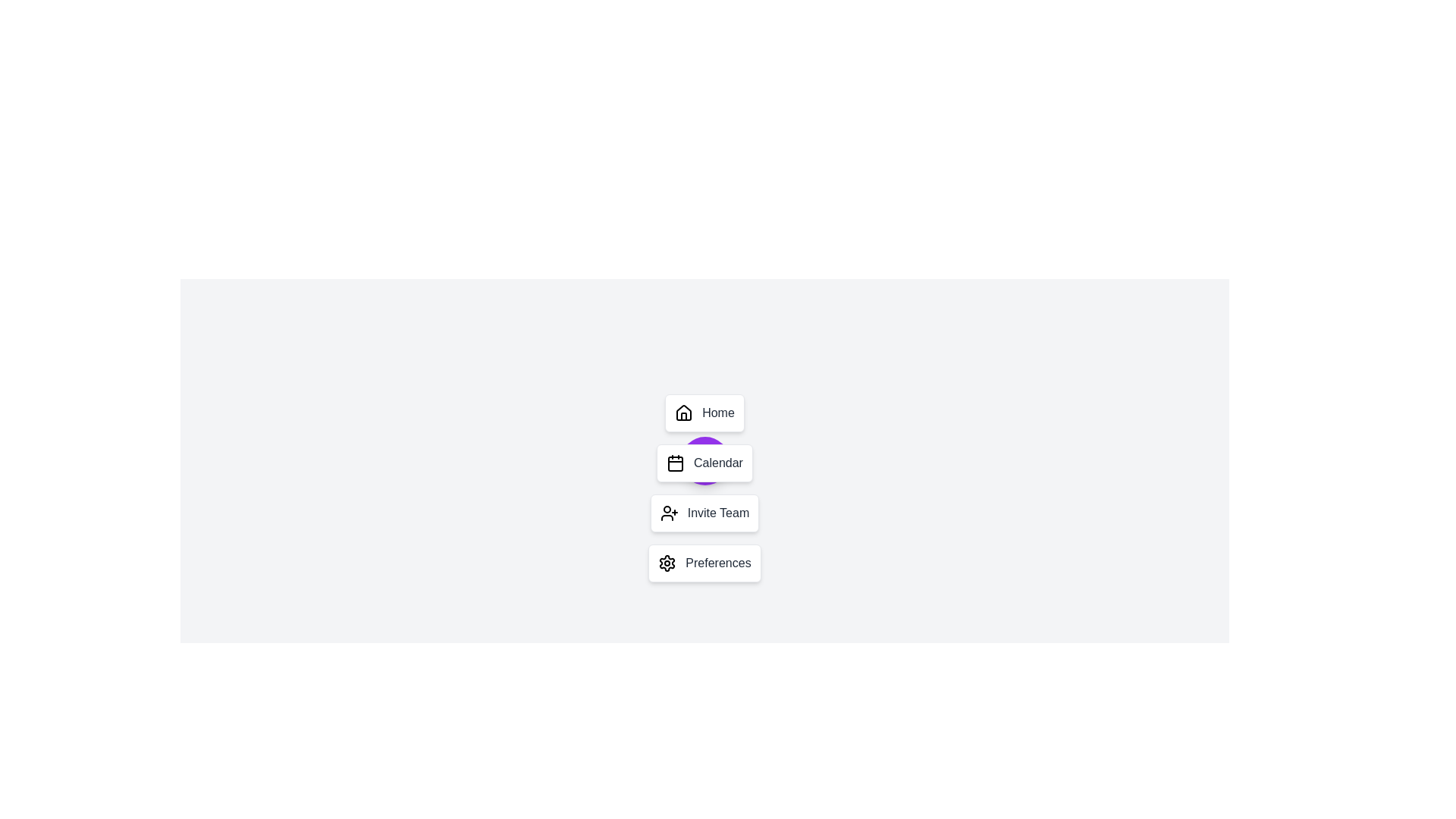 The height and width of the screenshot is (819, 1456). I want to click on the 'Home' text label in the navigation menu, so click(717, 413).